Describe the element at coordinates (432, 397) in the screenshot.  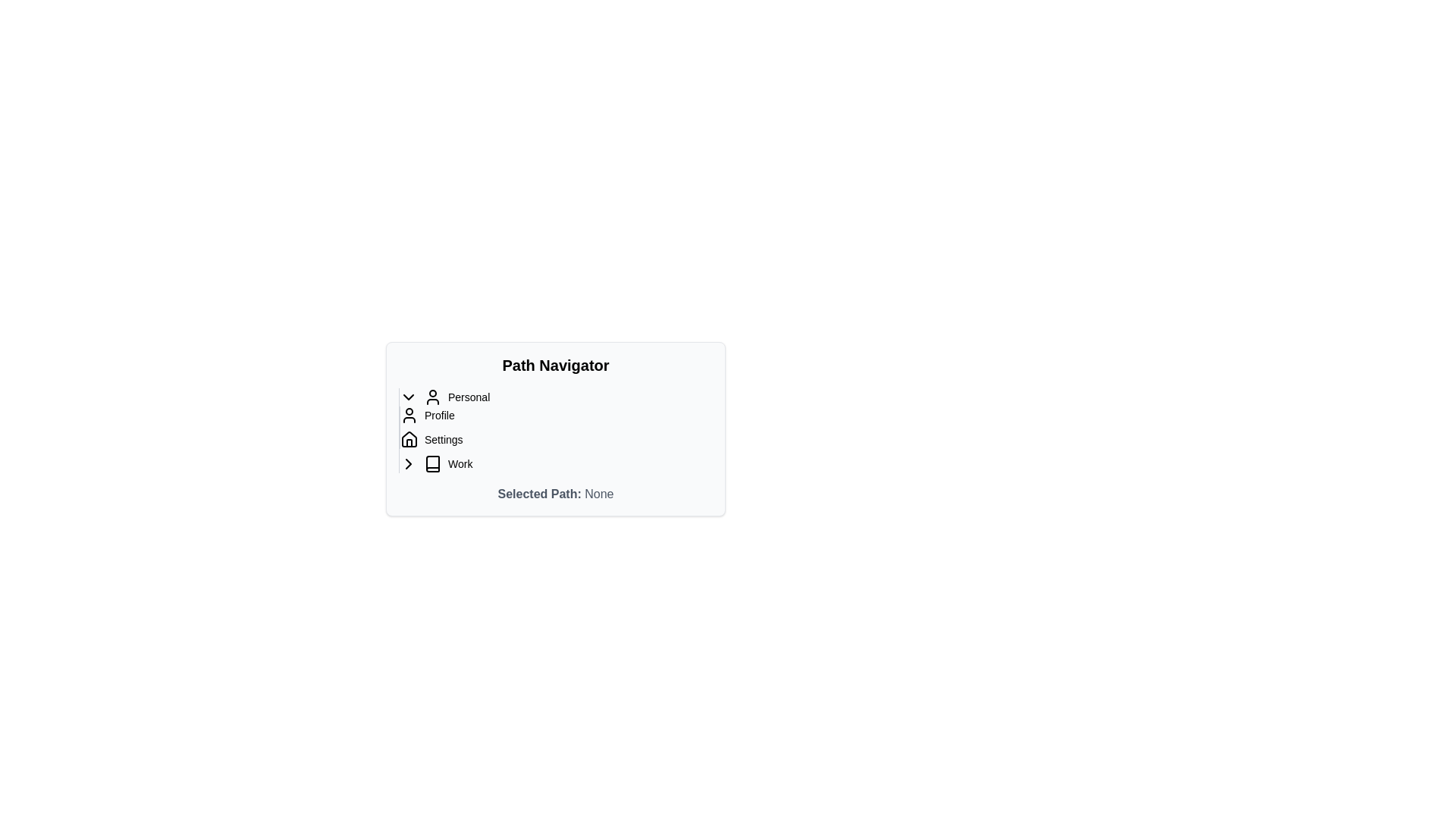
I see `the user silhouette icon located within the 'Personal' menu item` at that location.